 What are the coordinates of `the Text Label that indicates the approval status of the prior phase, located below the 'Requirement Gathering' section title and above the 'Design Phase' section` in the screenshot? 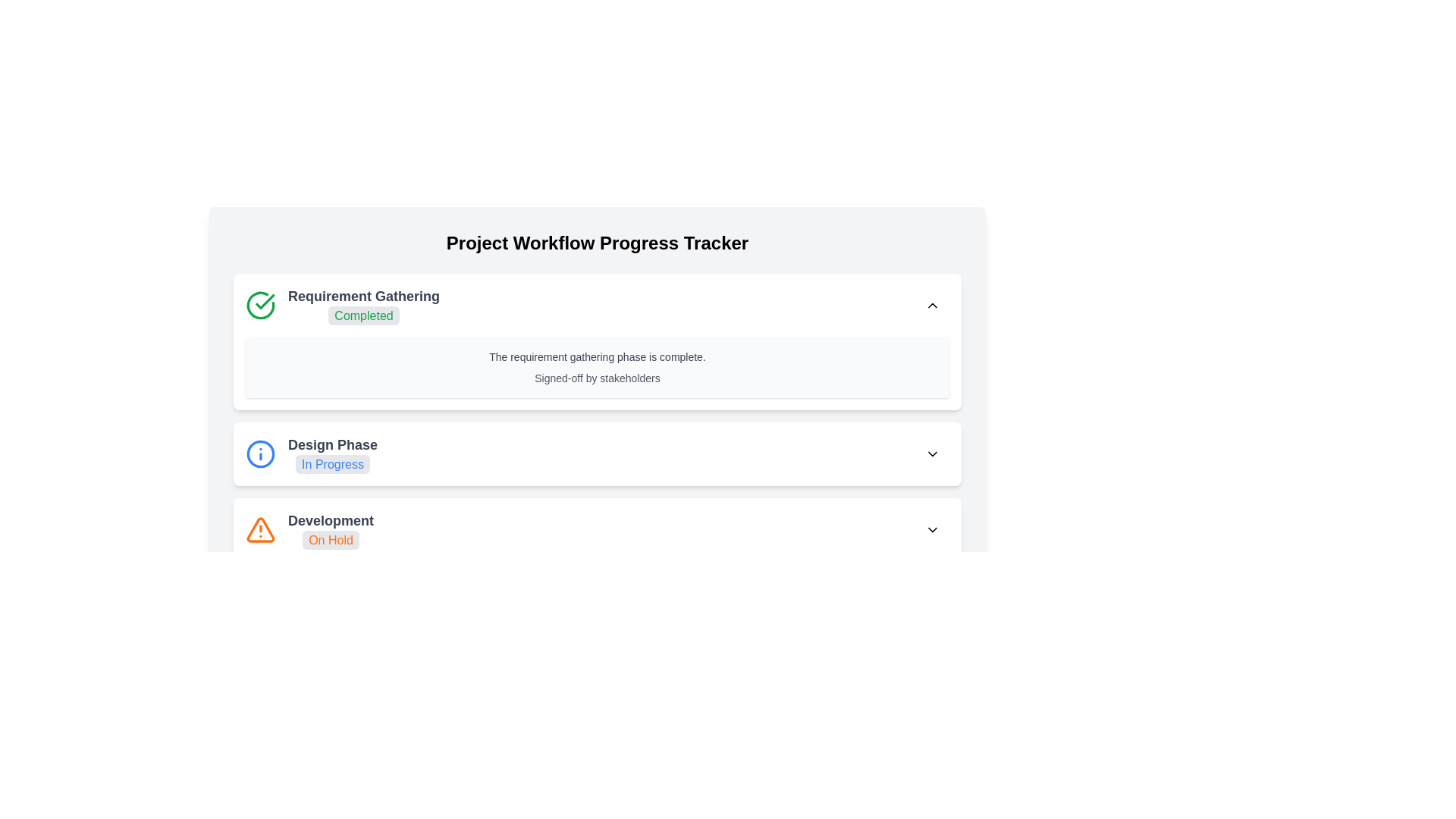 It's located at (596, 377).